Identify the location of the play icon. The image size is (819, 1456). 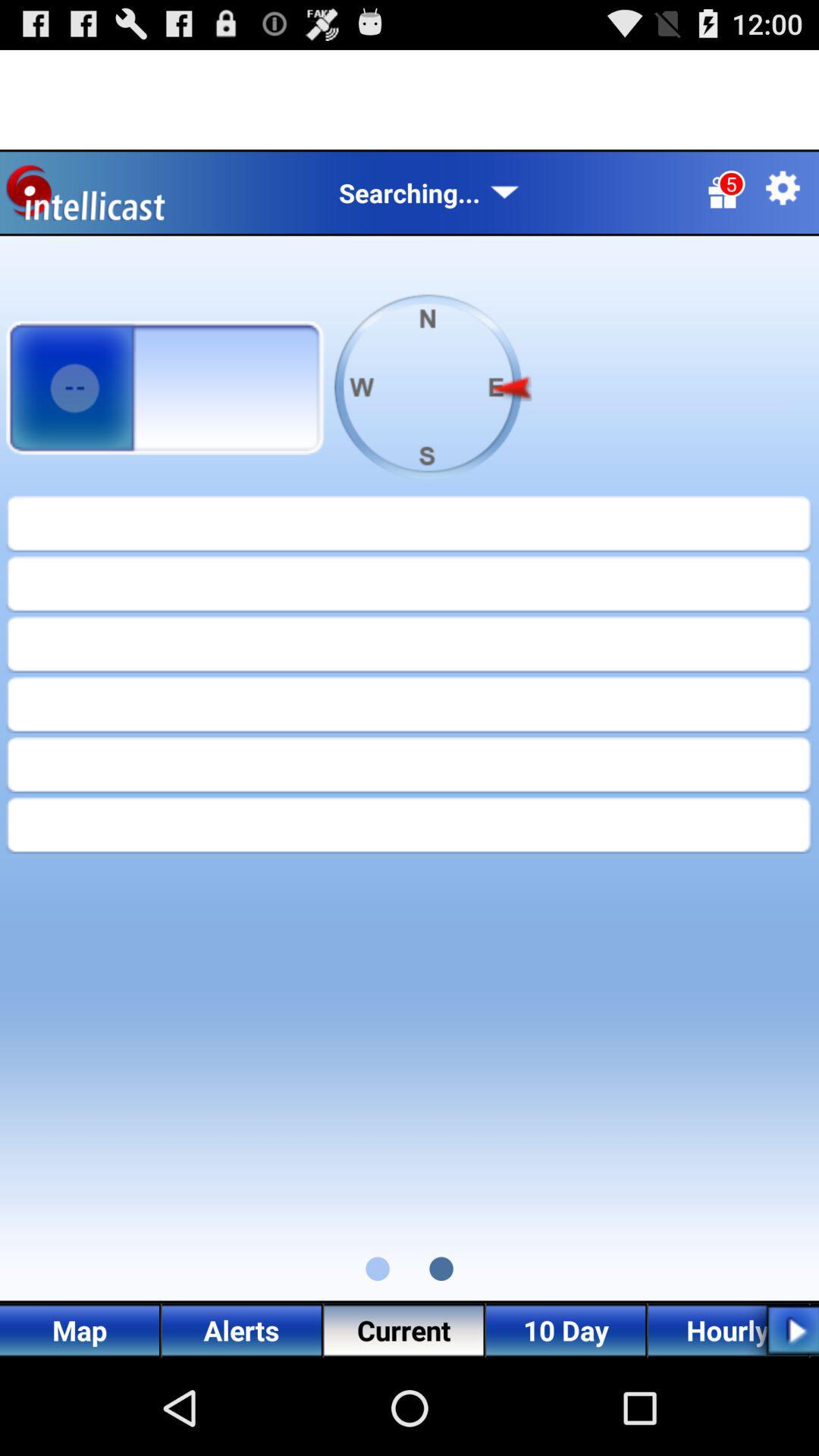
(780, 1423).